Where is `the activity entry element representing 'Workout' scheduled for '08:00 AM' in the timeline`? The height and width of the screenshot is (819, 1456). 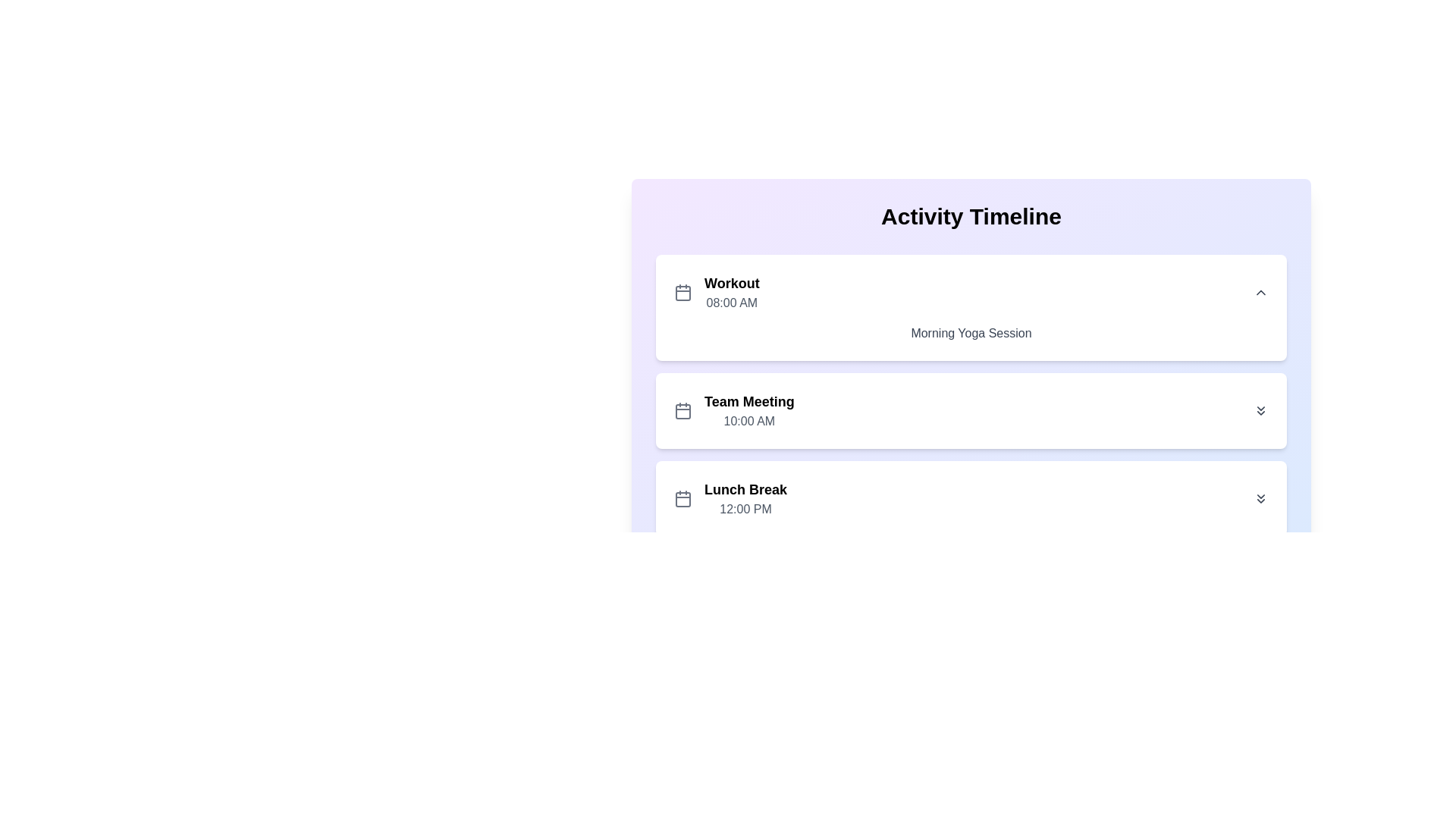 the activity entry element representing 'Workout' scheduled for '08:00 AM' in the timeline is located at coordinates (716, 292).